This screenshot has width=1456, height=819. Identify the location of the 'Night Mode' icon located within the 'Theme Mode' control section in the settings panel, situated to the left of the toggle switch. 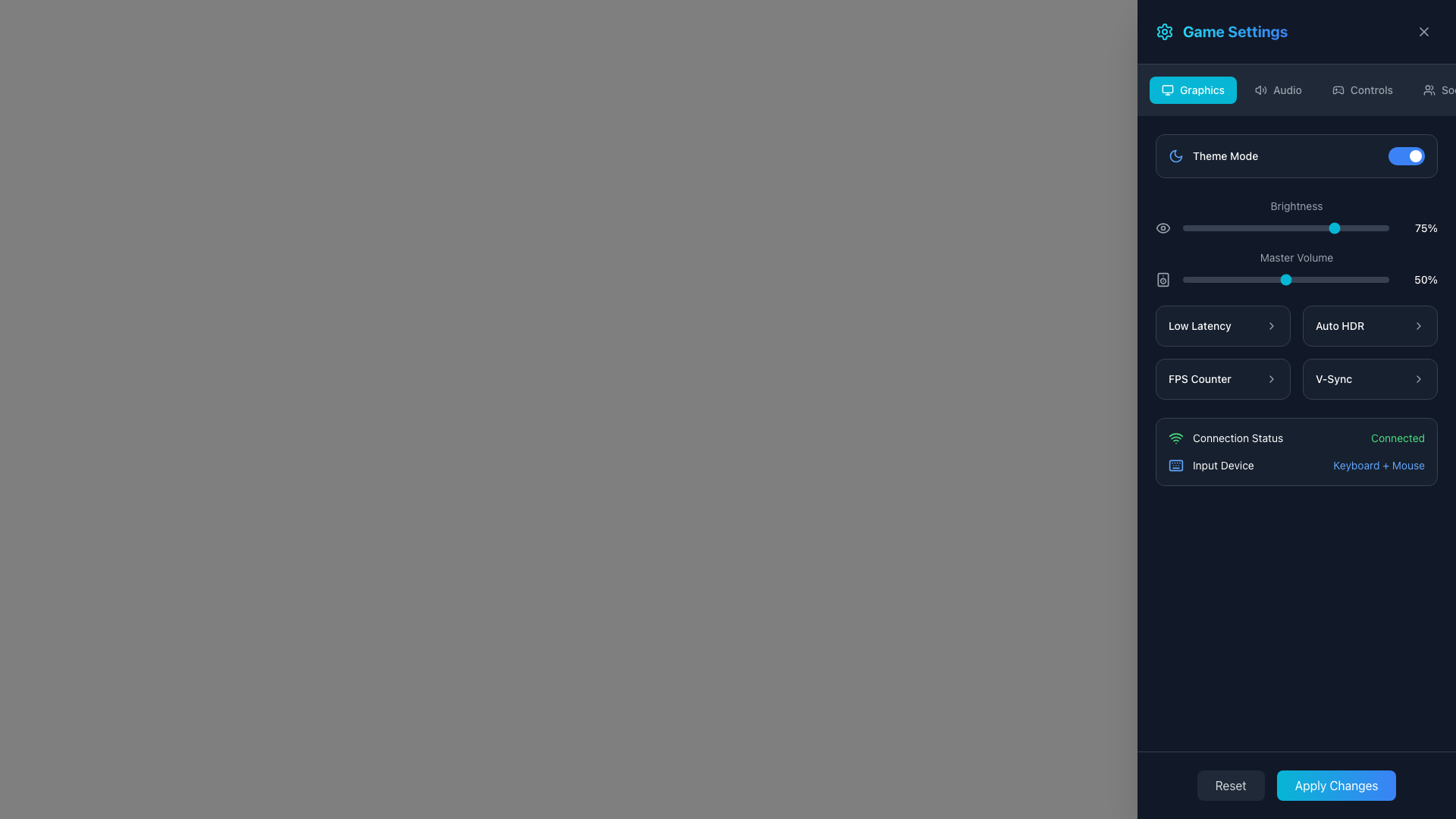
(1175, 155).